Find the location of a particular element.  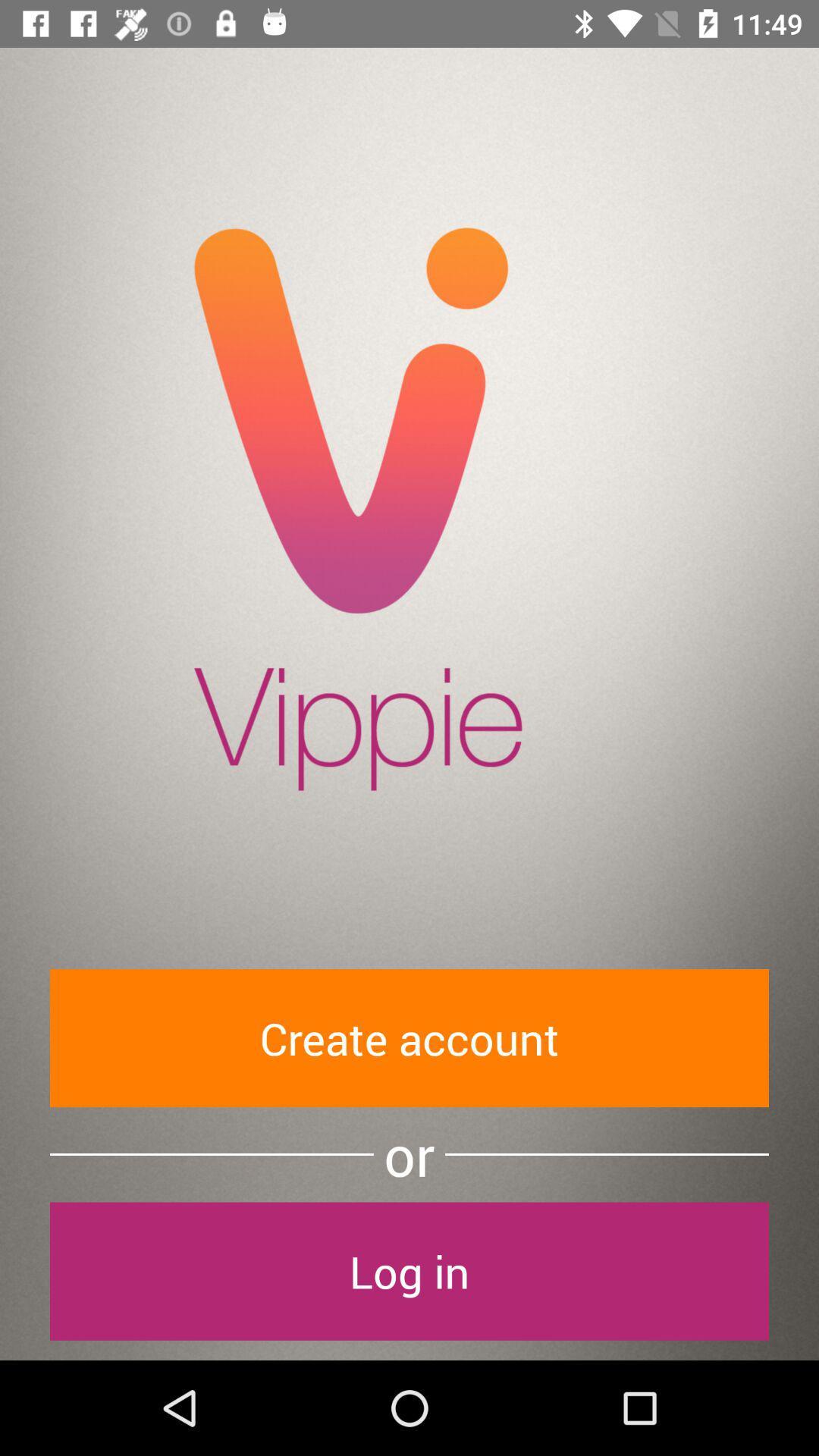

create account item is located at coordinates (409, 1037).